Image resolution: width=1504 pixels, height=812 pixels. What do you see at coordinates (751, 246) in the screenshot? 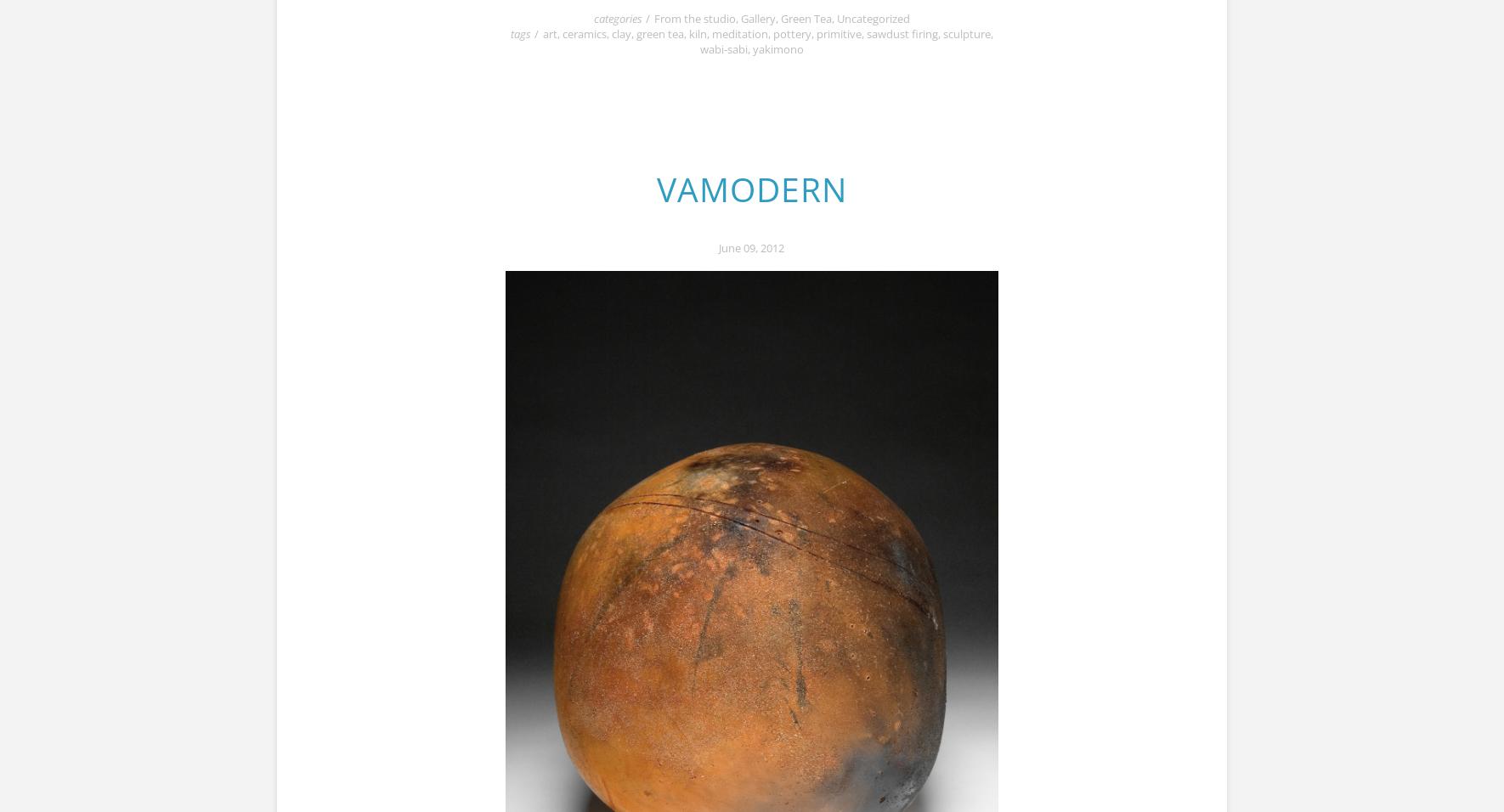
I see `'June 09, 2012'` at bounding box center [751, 246].